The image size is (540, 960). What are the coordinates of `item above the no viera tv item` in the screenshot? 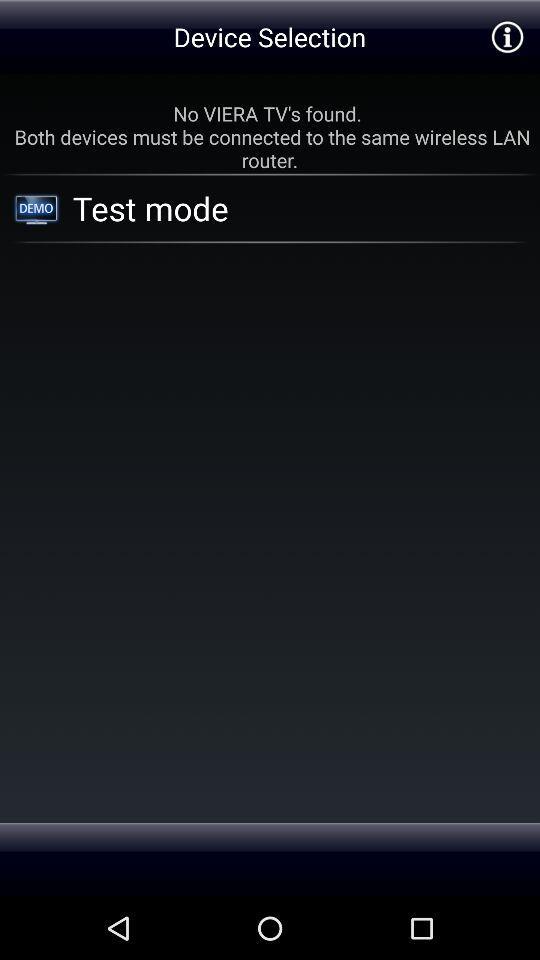 It's located at (507, 35).